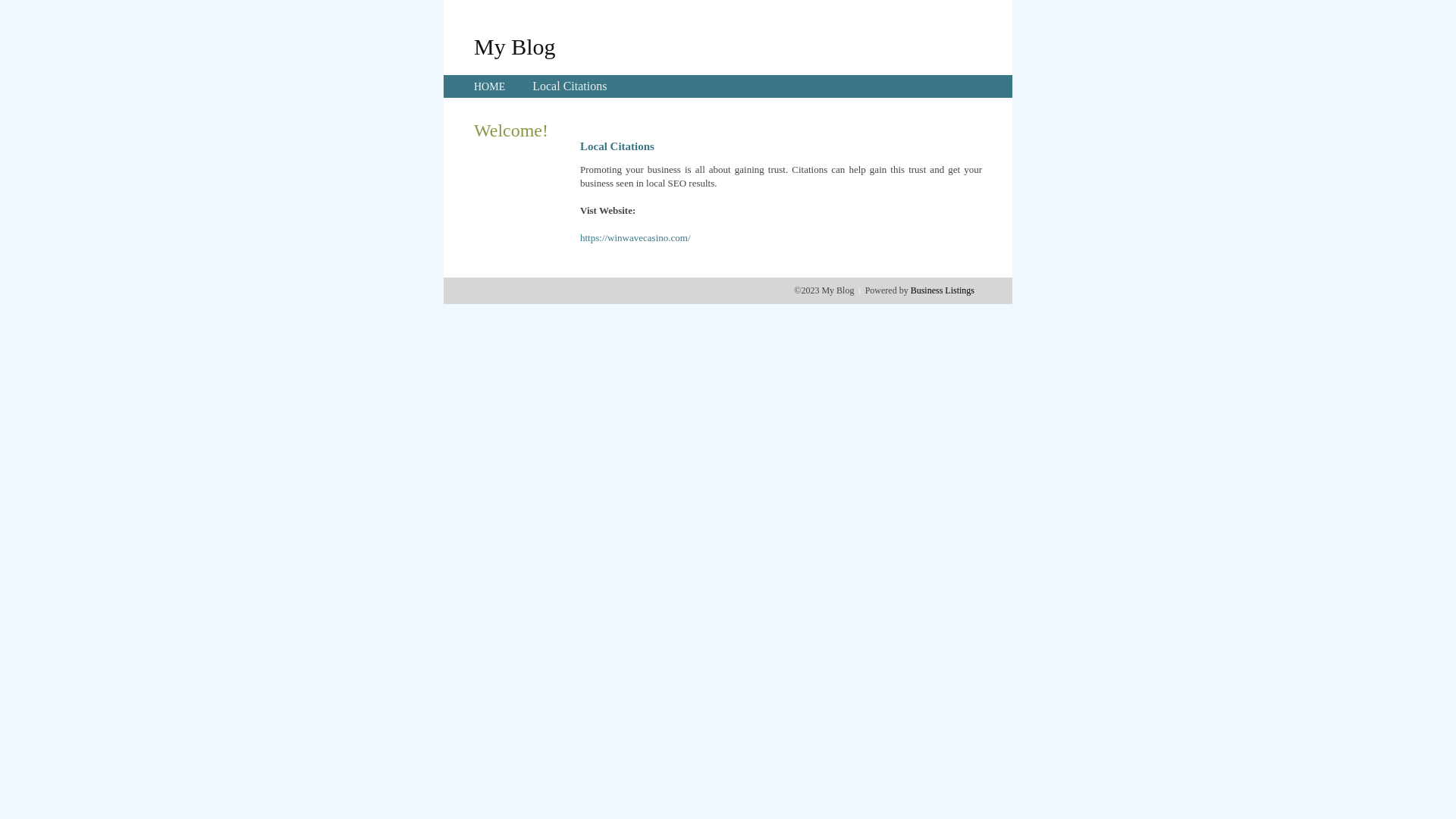 The image size is (1456, 819). I want to click on 'My Blog', so click(472, 45).